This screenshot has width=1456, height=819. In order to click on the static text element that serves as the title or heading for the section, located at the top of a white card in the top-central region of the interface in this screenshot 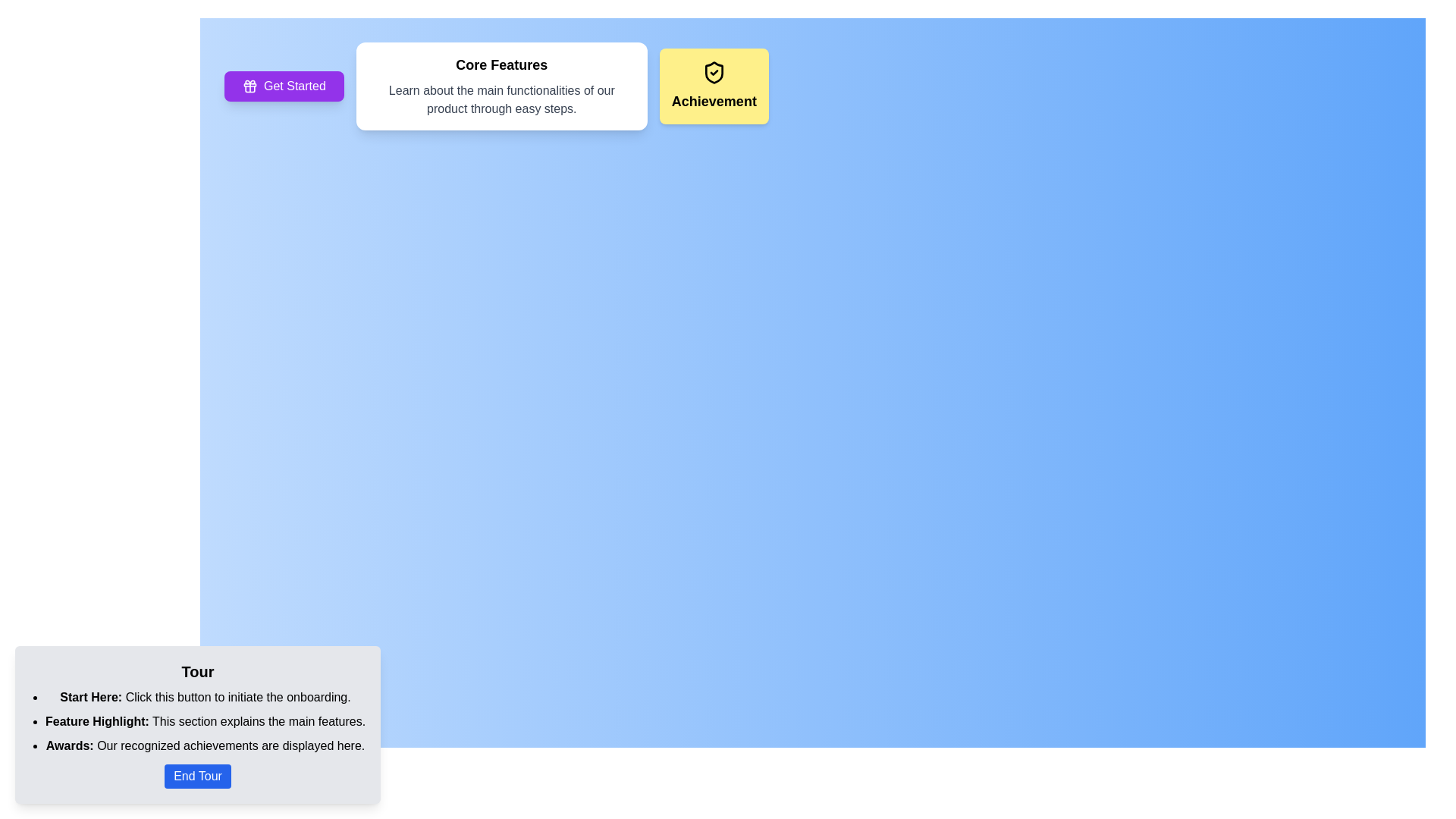, I will do `click(501, 64)`.